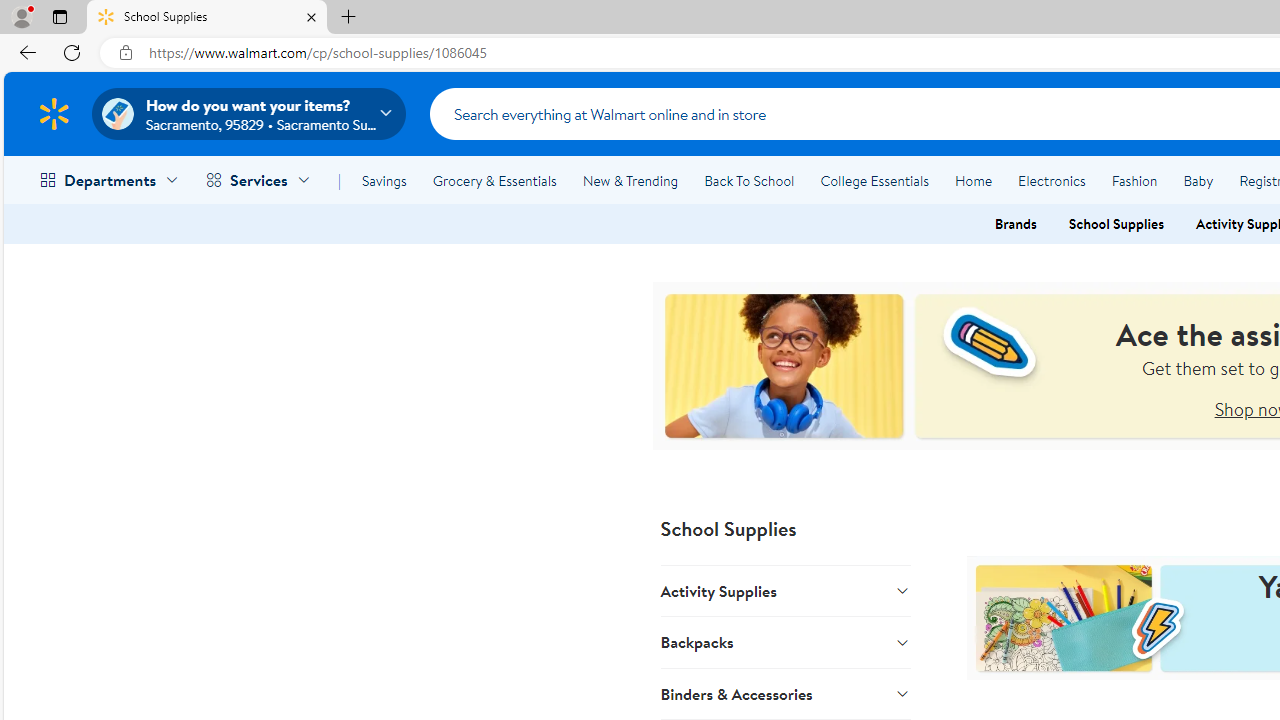  Describe the element at coordinates (384, 181) in the screenshot. I see `'Savings'` at that location.